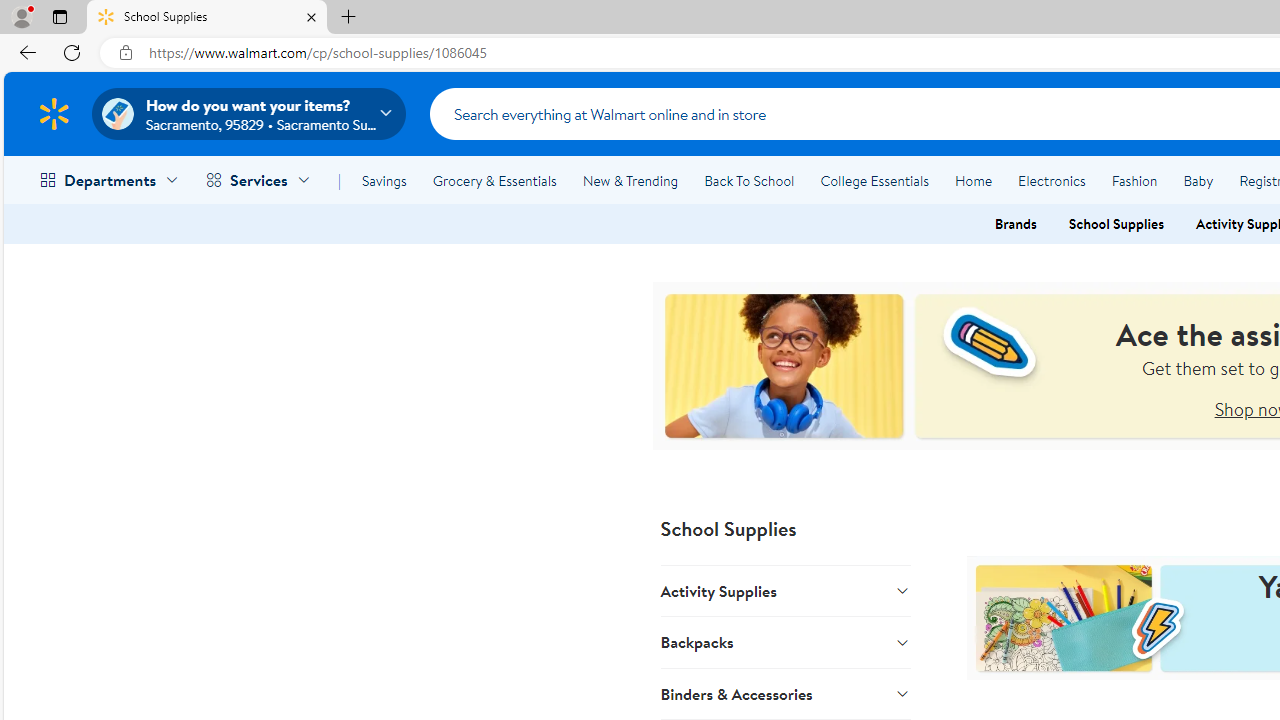  Describe the element at coordinates (384, 181) in the screenshot. I see `'Savings'` at that location.